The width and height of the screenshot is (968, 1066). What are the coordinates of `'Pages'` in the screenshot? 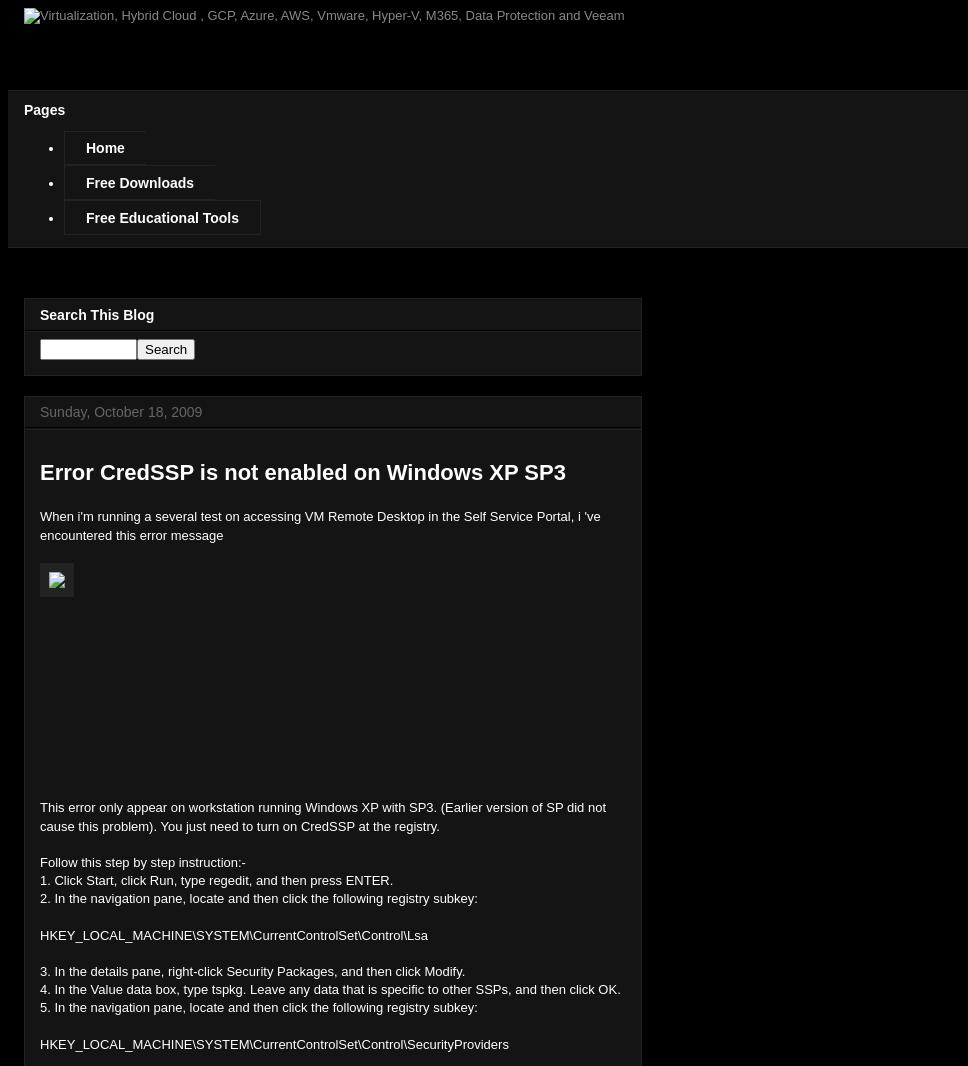 It's located at (43, 108).